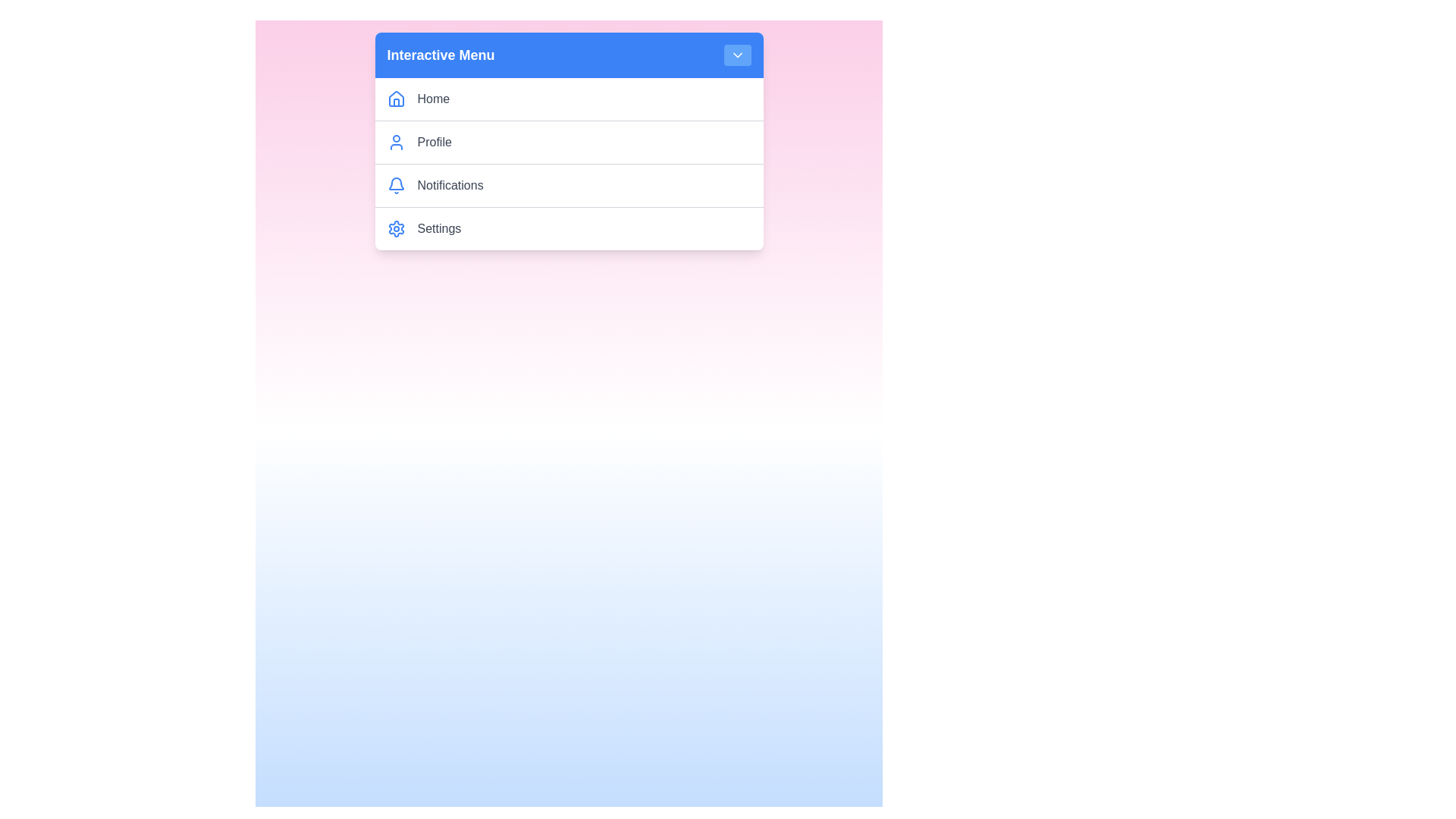  Describe the element at coordinates (737, 55) in the screenshot. I see `toggle button to expand or collapse the menu` at that location.